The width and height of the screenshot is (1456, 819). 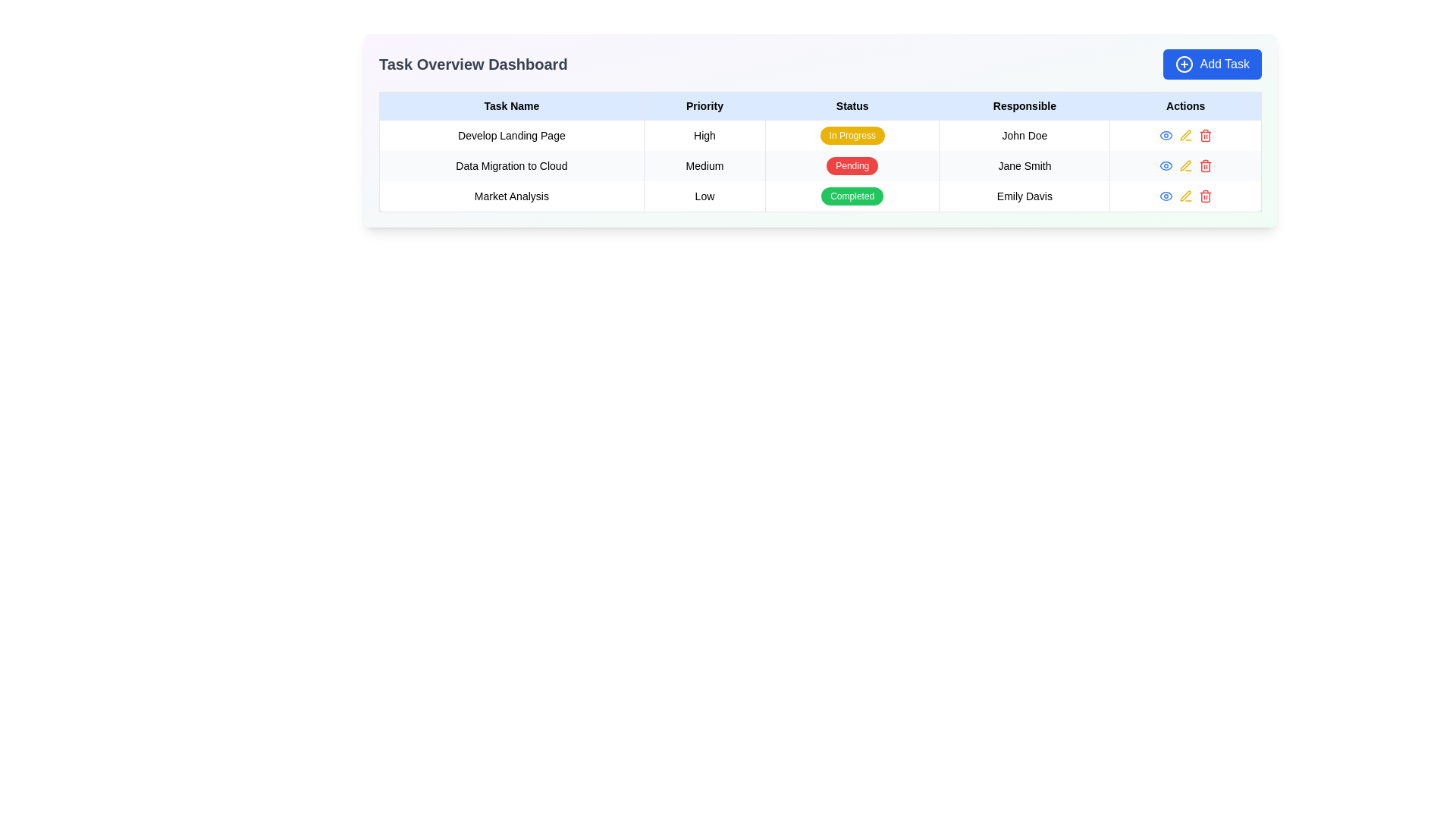 What do you see at coordinates (819, 195) in the screenshot?
I see `the status column of the third row in the task table, which displays 'Completed' with a green background` at bounding box center [819, 195].